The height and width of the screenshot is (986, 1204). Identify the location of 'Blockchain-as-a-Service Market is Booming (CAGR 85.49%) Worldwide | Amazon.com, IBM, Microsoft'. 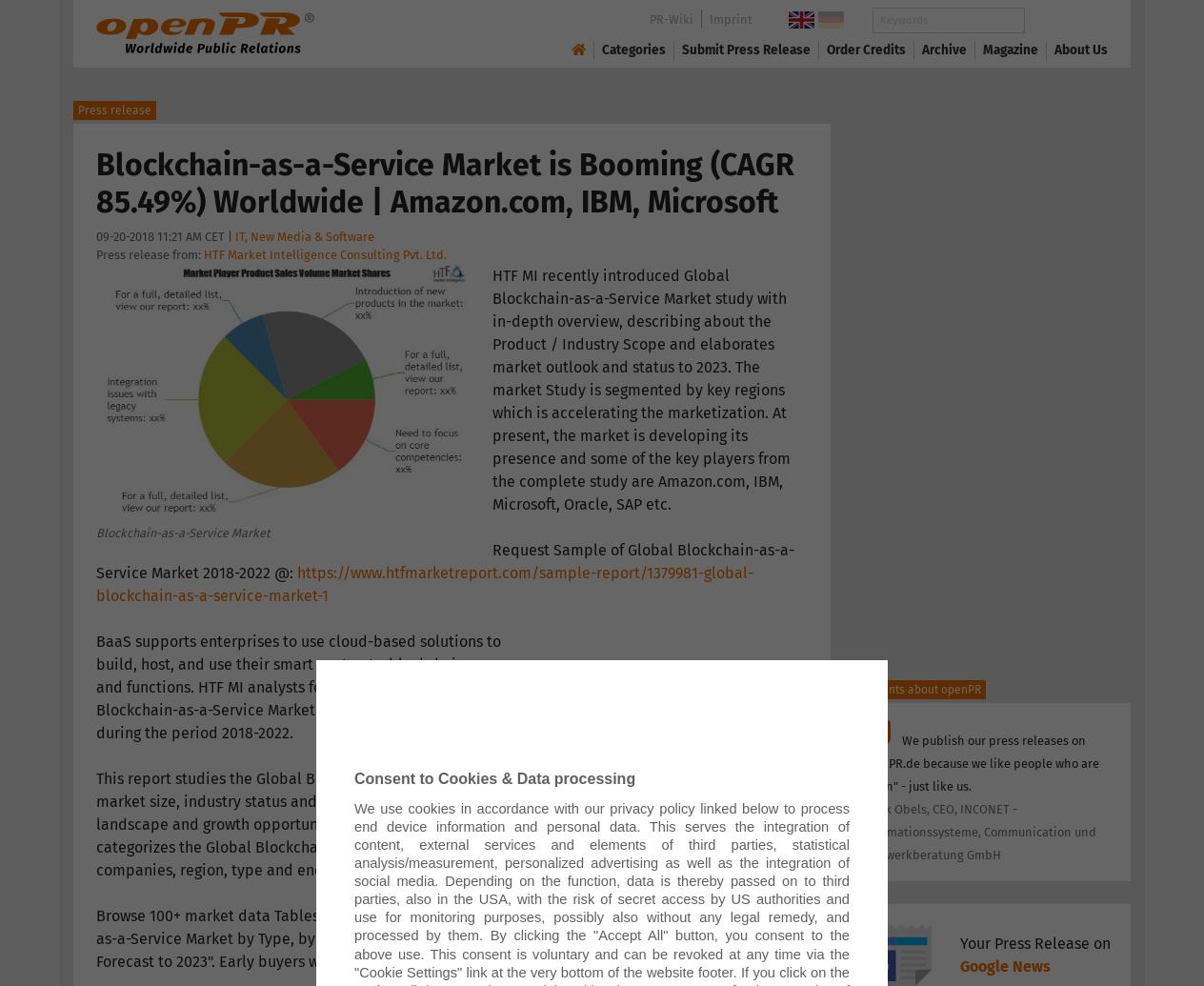
(444, 182).